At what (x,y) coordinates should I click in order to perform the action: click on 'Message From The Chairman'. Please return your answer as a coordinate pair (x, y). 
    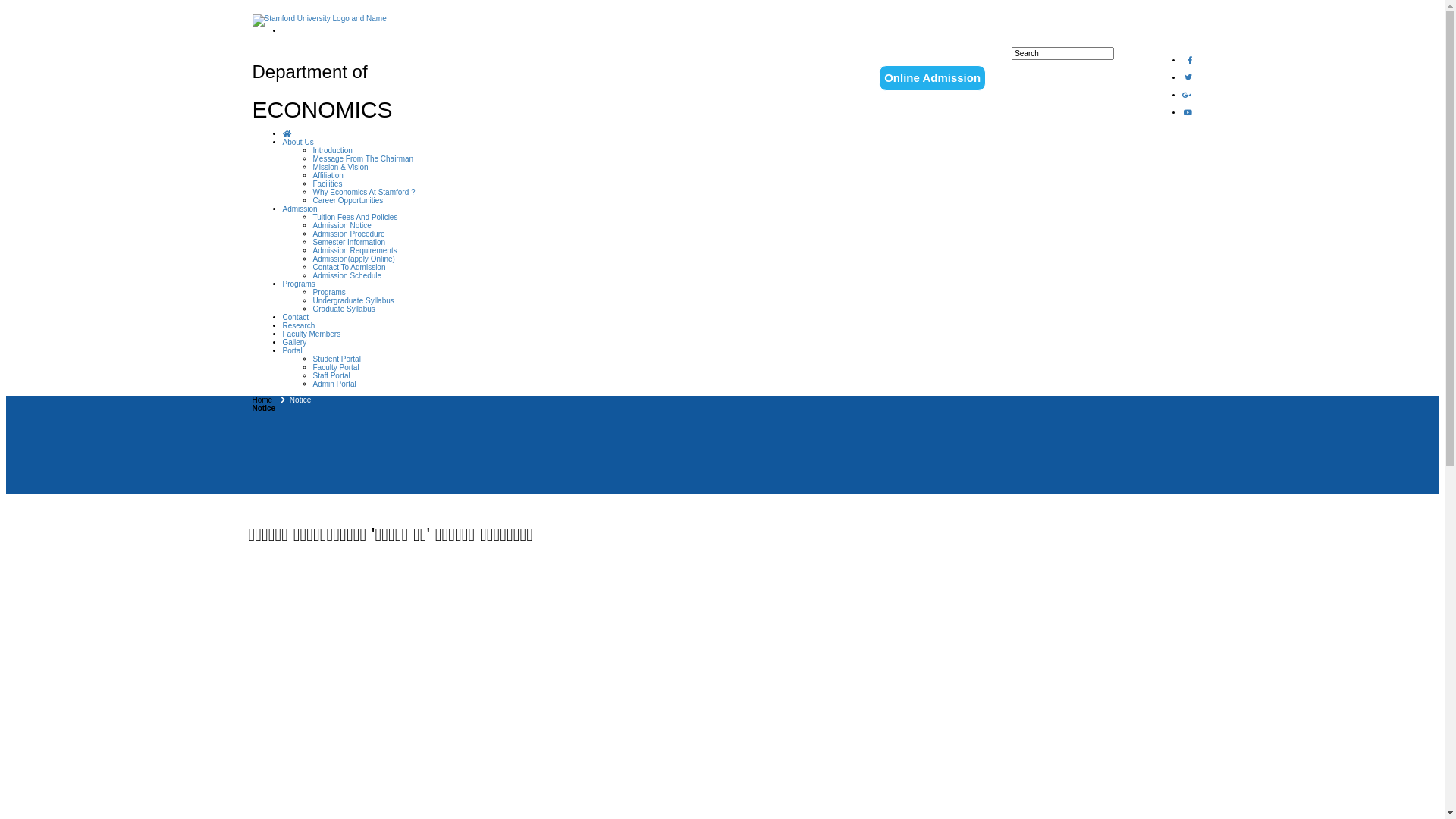
    Looking at the image, I should click on (312, 158).